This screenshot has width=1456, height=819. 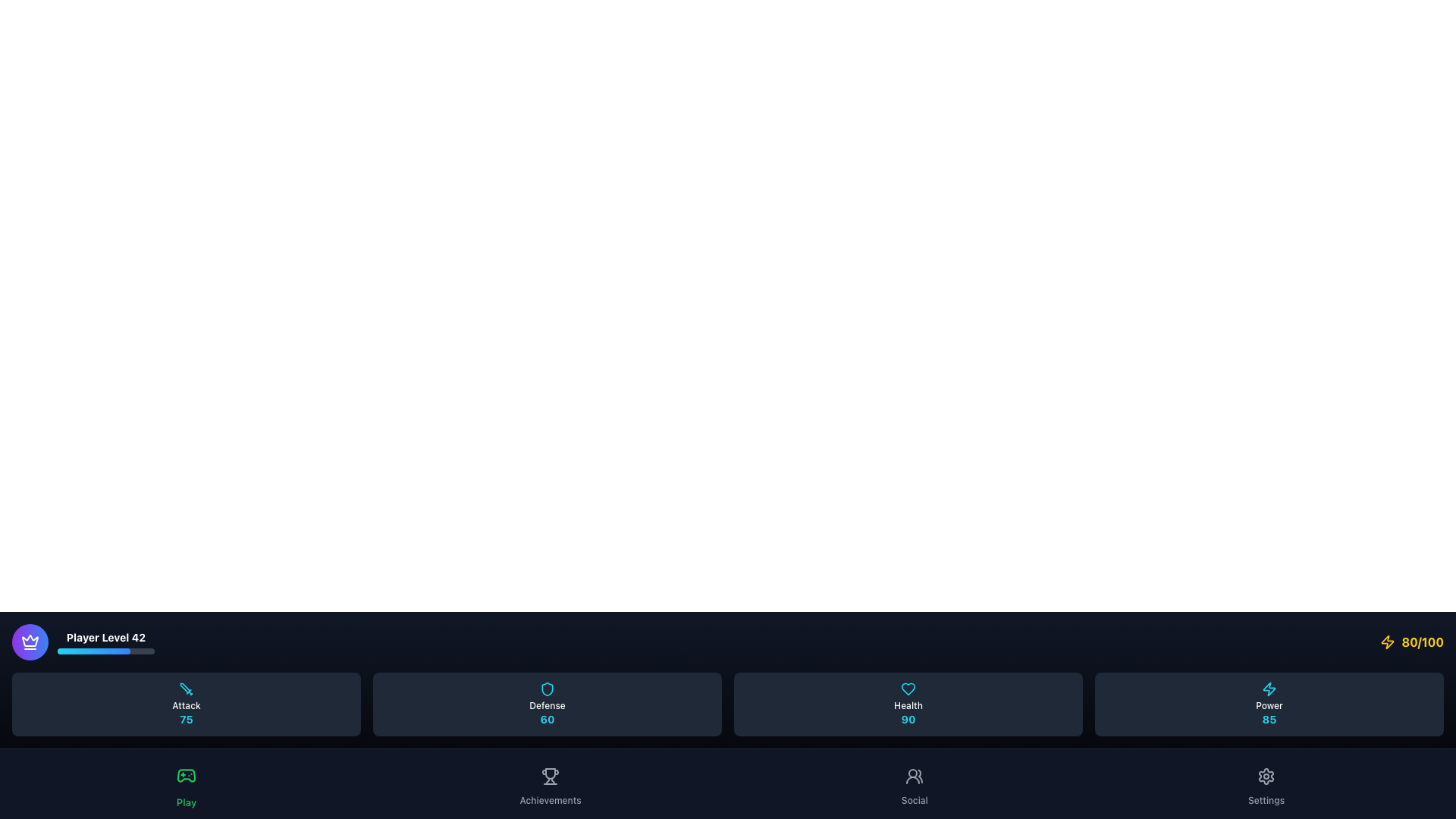 I want to click on 'Social' text label located in the bottom navigation bar, positioned to the rightmost side after 'Achievements' and 'Settings', so click(x=914, y=800).